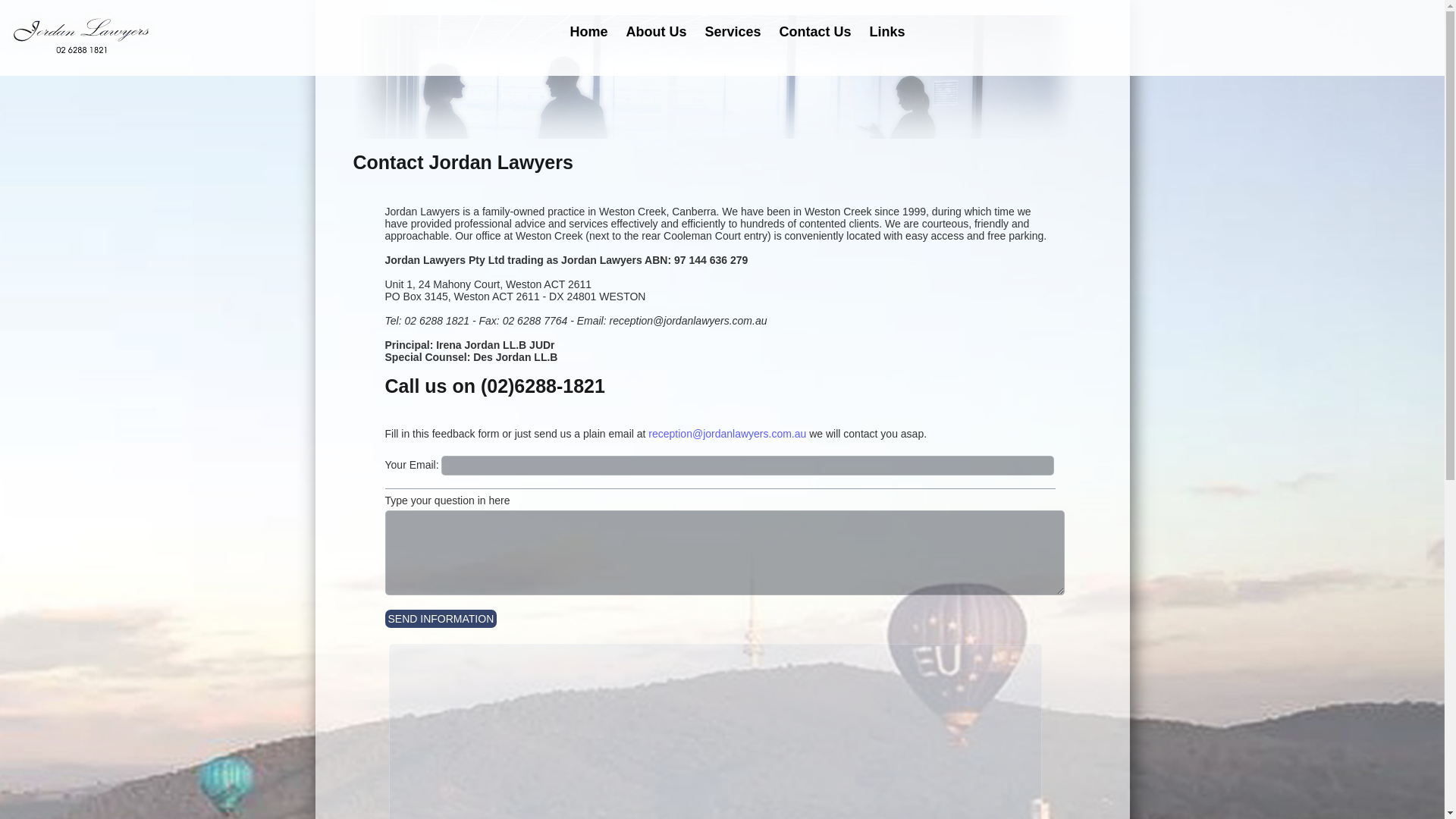 This screenshot has width=1456, height=819. I want to click on 'Links', so click(887, 32).